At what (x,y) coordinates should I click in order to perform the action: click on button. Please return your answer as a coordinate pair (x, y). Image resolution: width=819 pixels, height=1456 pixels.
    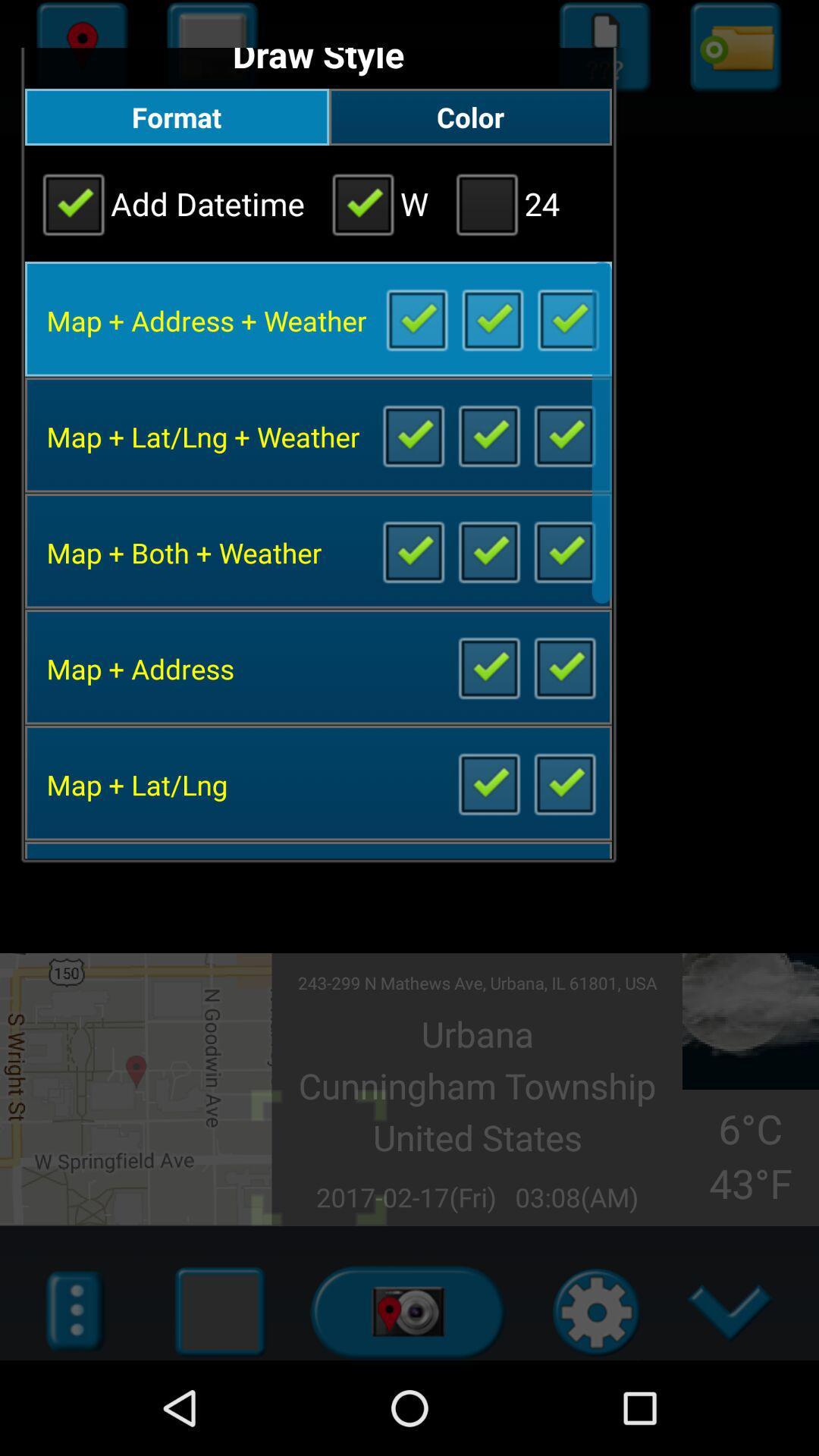
    Looking at the image, I should click on (488, 434).